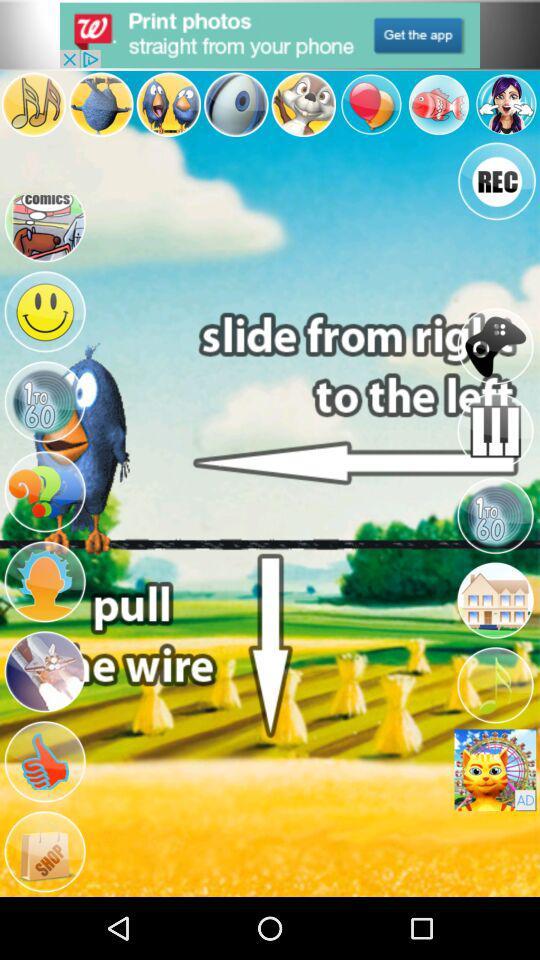  Describe the element at coordinates (44, 834) in the screenshot. I see `the thumbs_up icon` at that location.